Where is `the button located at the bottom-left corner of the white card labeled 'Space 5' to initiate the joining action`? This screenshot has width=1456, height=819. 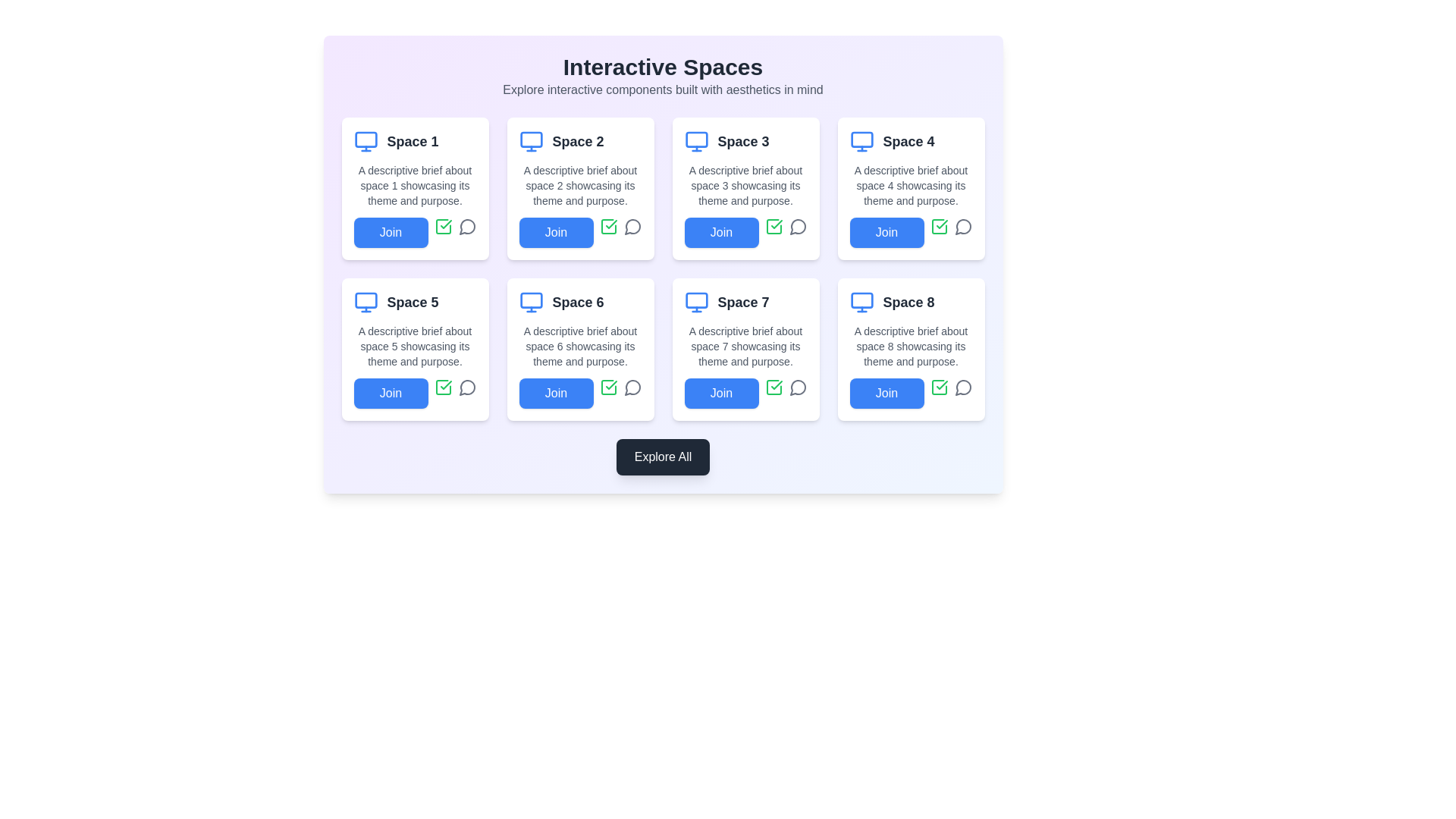 the button located at the bottom-left corner of the white card labeled 'Space 5' to initiate the joining action is located at coordinates (415, 393).